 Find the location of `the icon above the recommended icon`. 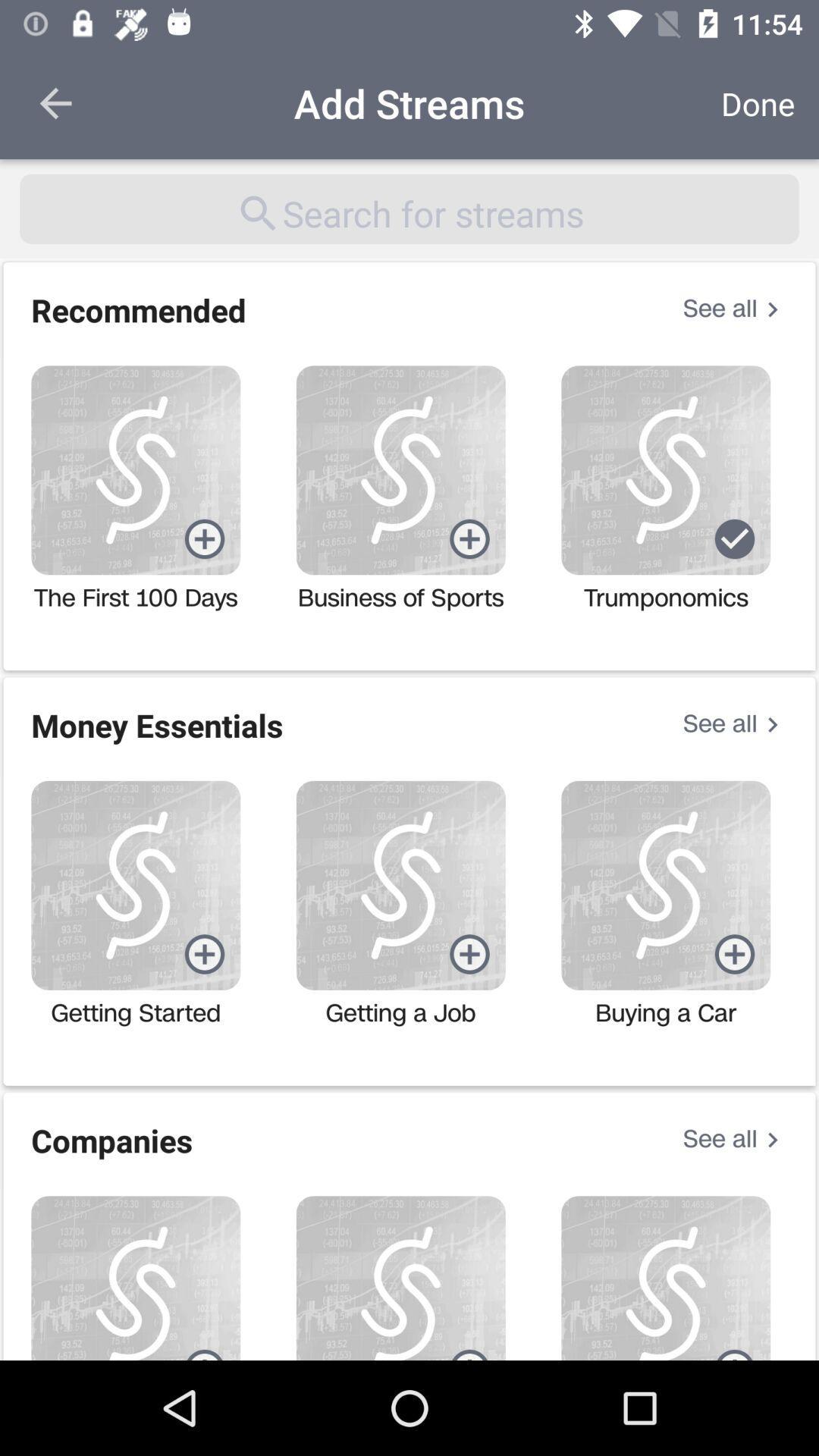

the icon above the recommended icon is located at coordinates (409, 208).